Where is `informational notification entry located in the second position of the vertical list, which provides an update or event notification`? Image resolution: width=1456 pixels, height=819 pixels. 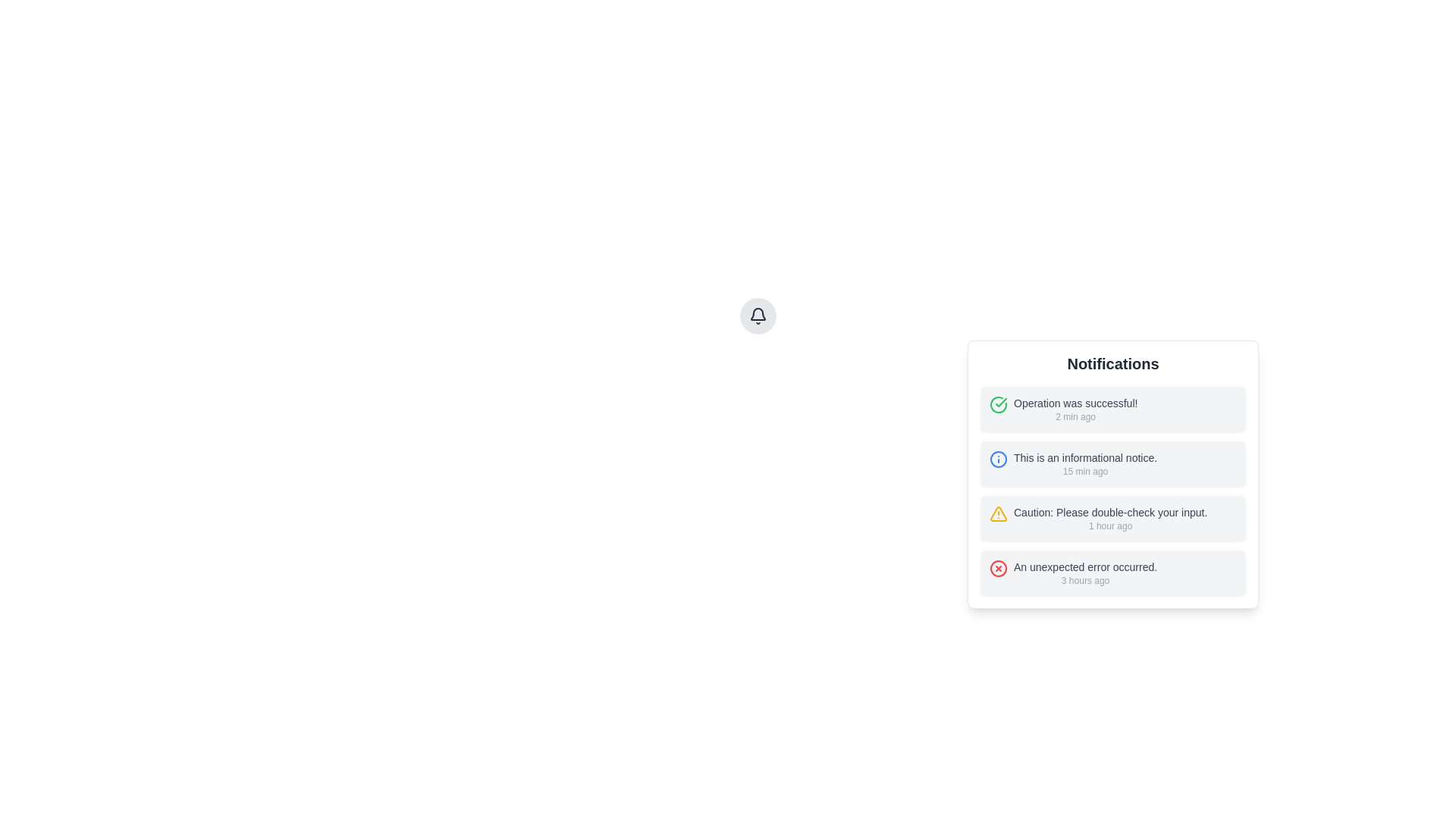 informational notification entry located in the second position of the vertical list, which provides an update or event notification is located at coordinates (1113, 463).